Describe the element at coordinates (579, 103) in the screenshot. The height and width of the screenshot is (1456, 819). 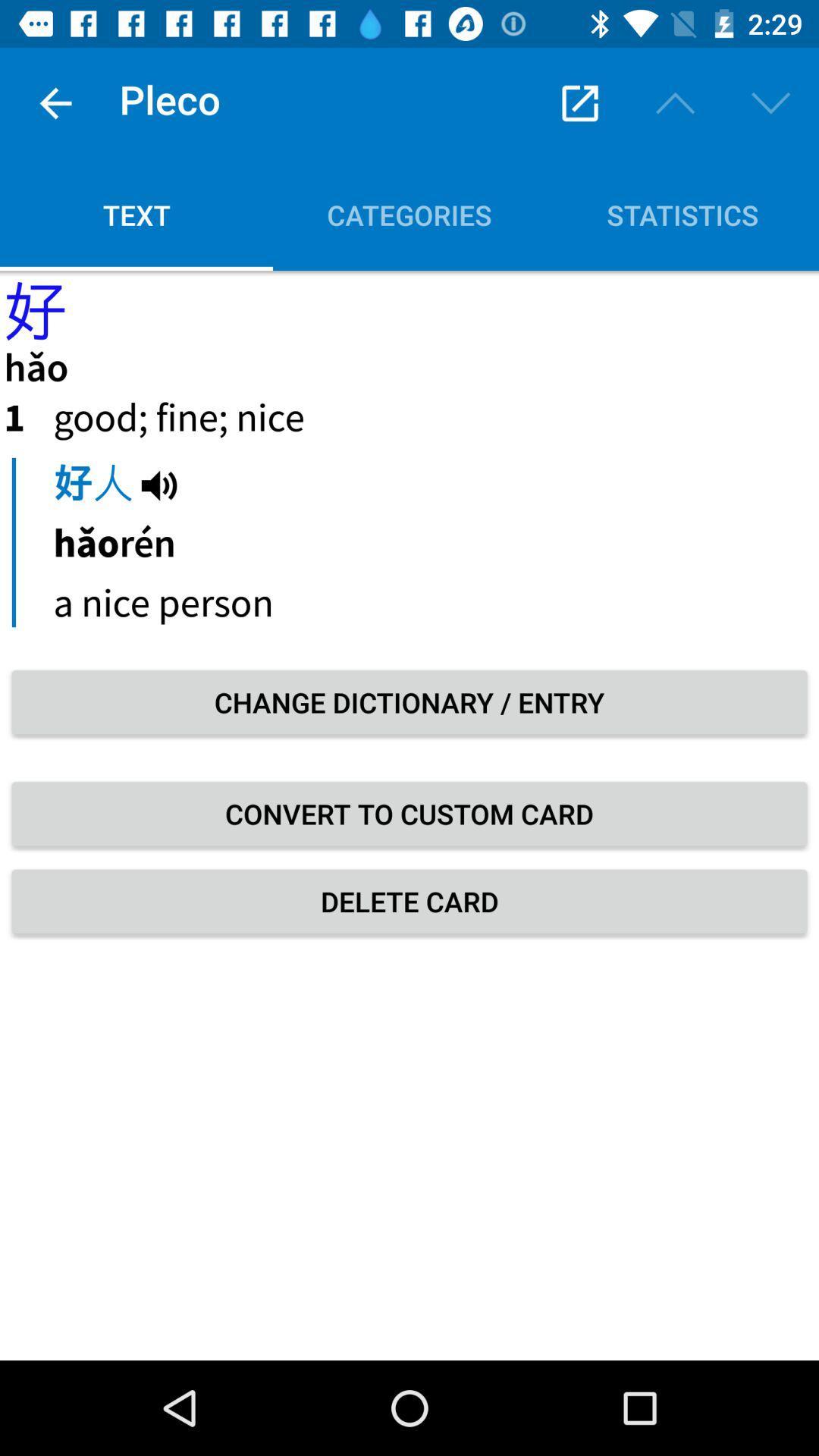
I see `the first icon right to pleco` at that location.